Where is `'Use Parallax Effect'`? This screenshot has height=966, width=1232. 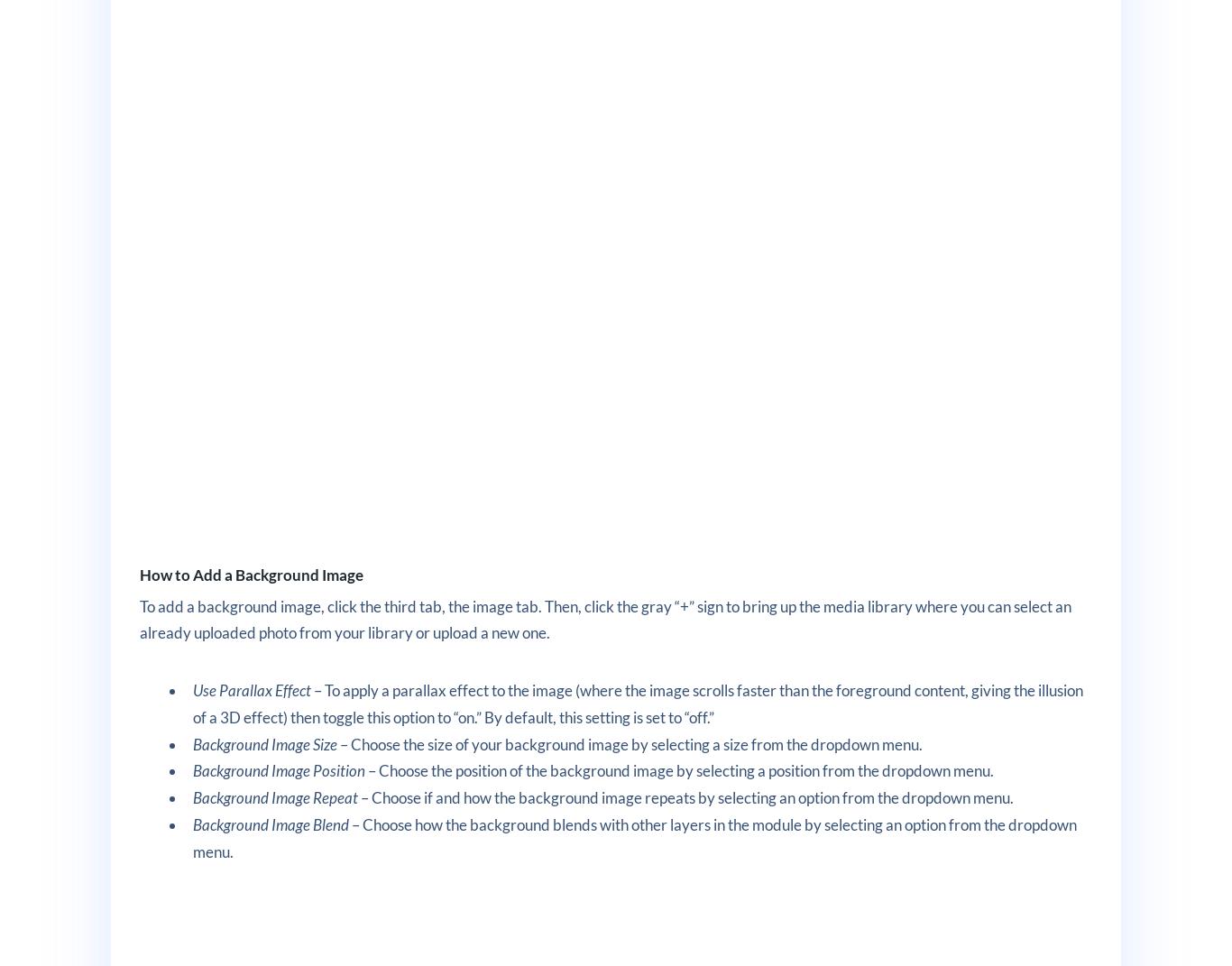 'Use Parallax Effect' is located at coordinates (252, 690).